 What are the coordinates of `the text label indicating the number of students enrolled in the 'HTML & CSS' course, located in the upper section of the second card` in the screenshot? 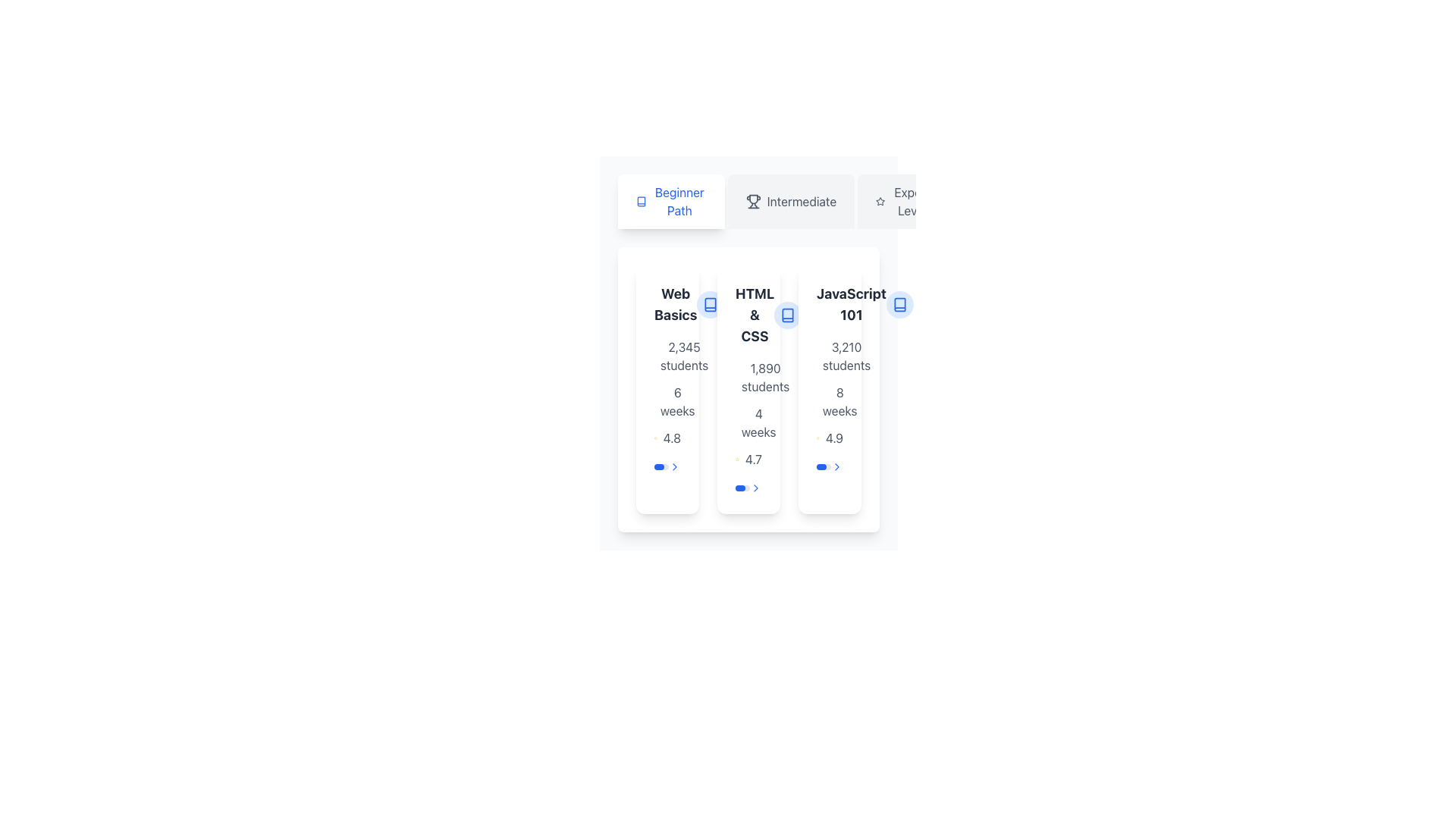 It's located at (748, 376).